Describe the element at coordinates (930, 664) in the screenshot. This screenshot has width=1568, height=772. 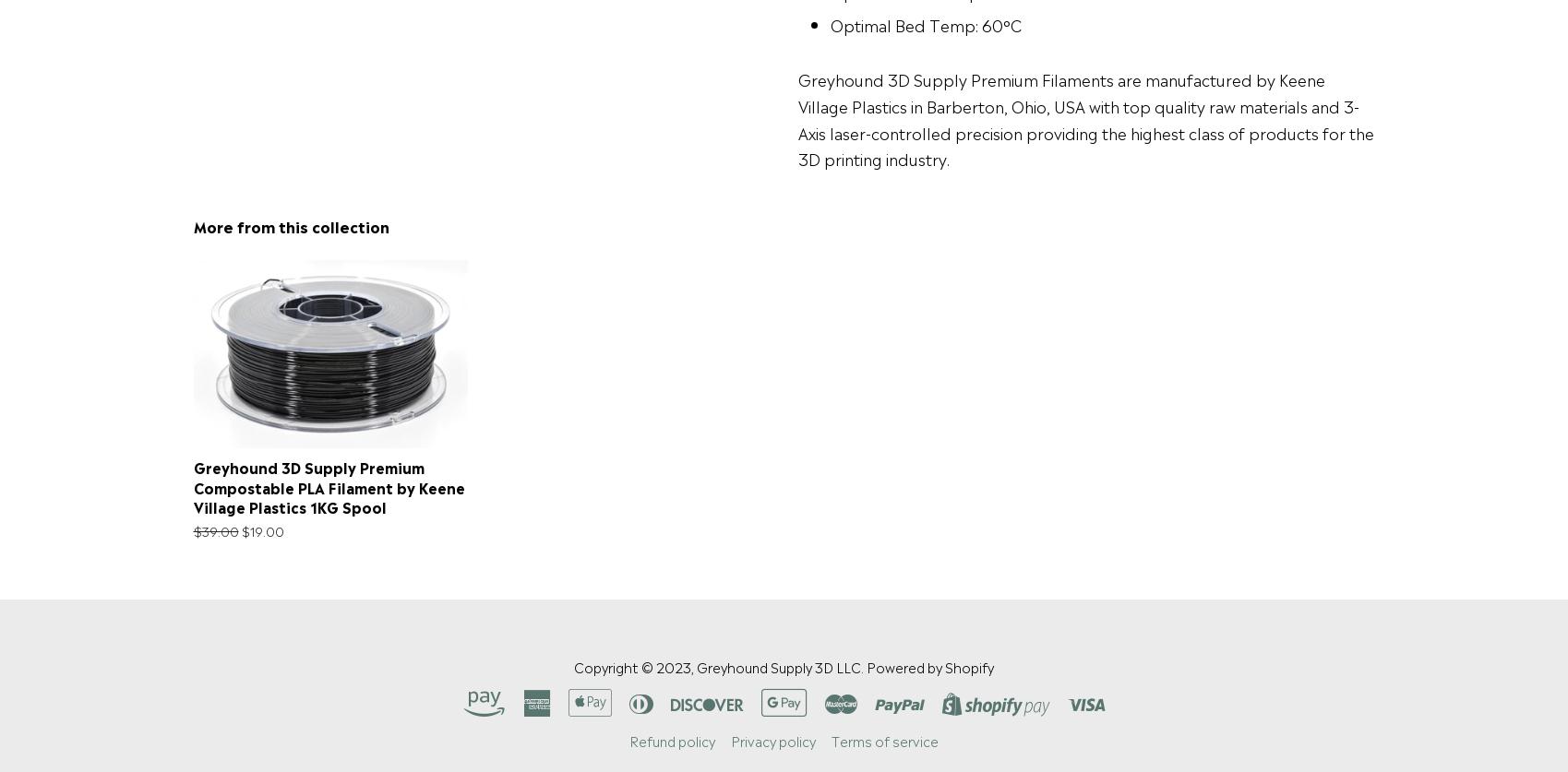
I see `'Powered by Shopify'` at that location.